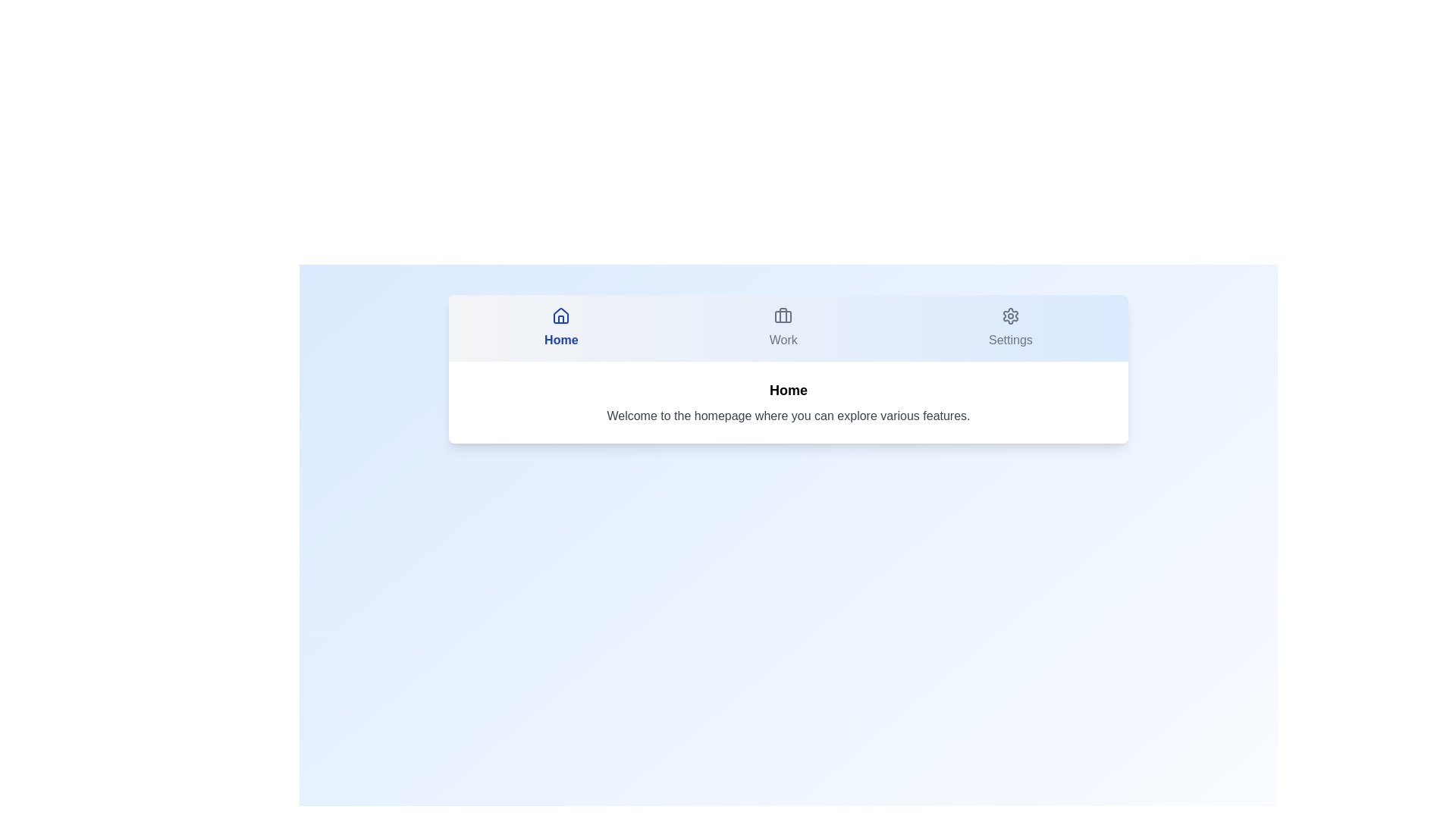  I want to click on the Settings tab by clicking its corresponding button, so click(1010, 327).